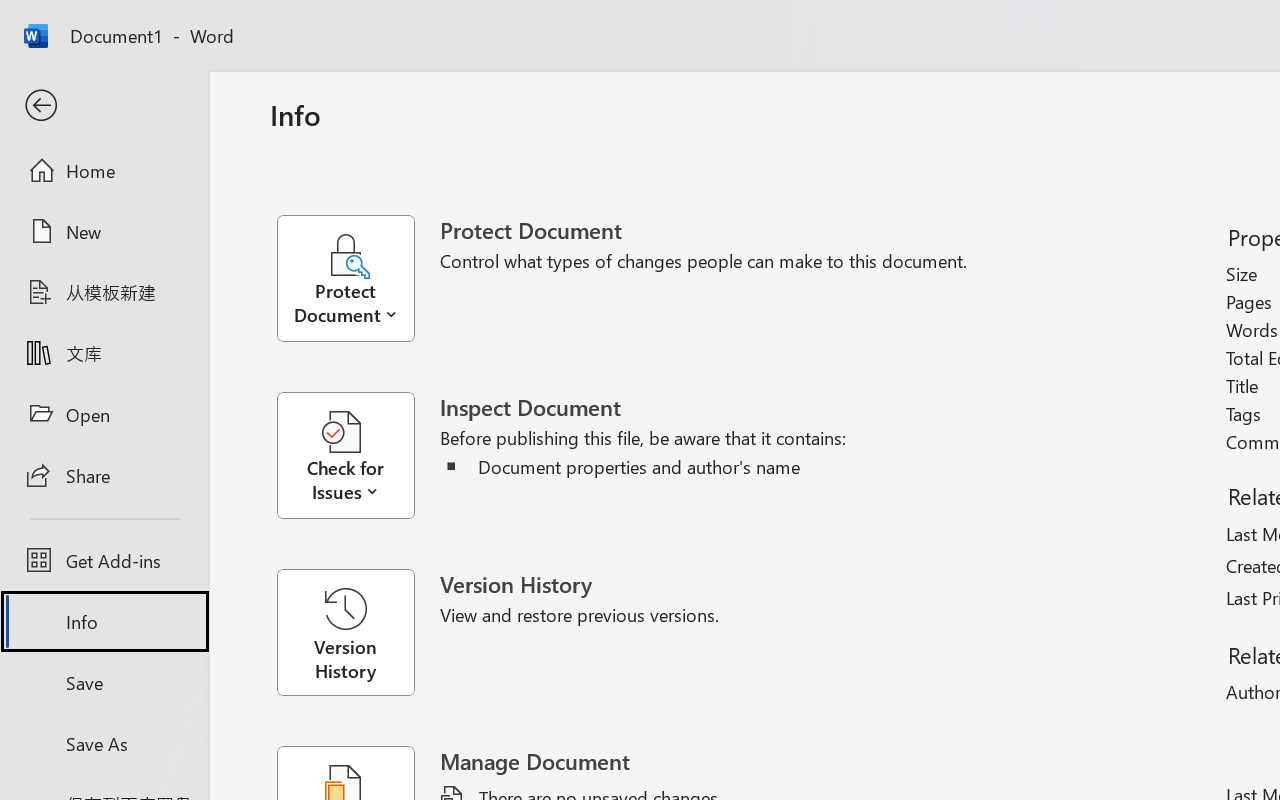 This screenshot has height=800, width=1280. Describe the element at coordinates (103, 621) in the screenshot. I see `'Info'` at that location.